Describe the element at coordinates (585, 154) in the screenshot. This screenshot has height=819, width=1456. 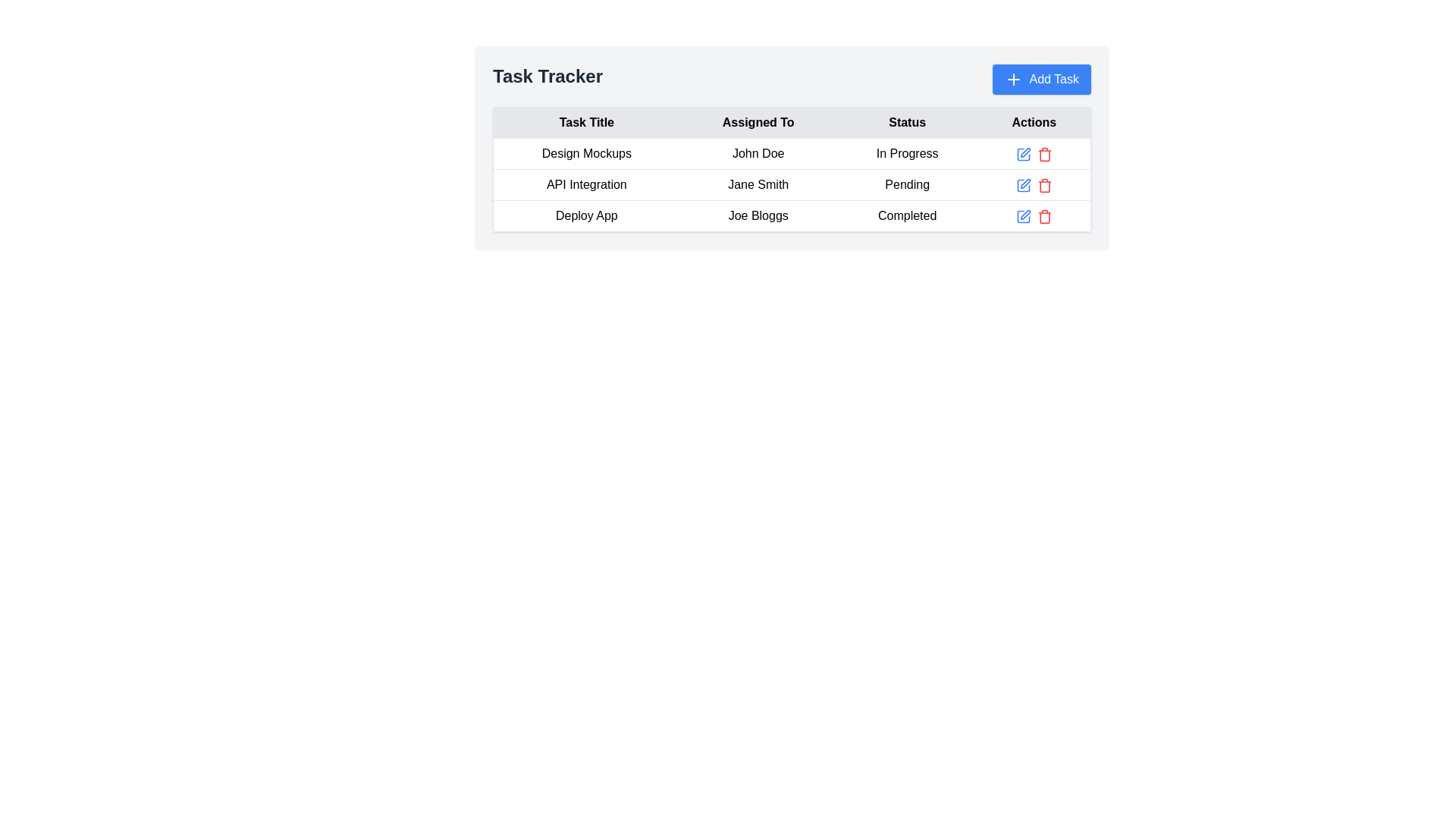
I see `the task title text label that identifies a specific task in the task tracker interface` at that location.